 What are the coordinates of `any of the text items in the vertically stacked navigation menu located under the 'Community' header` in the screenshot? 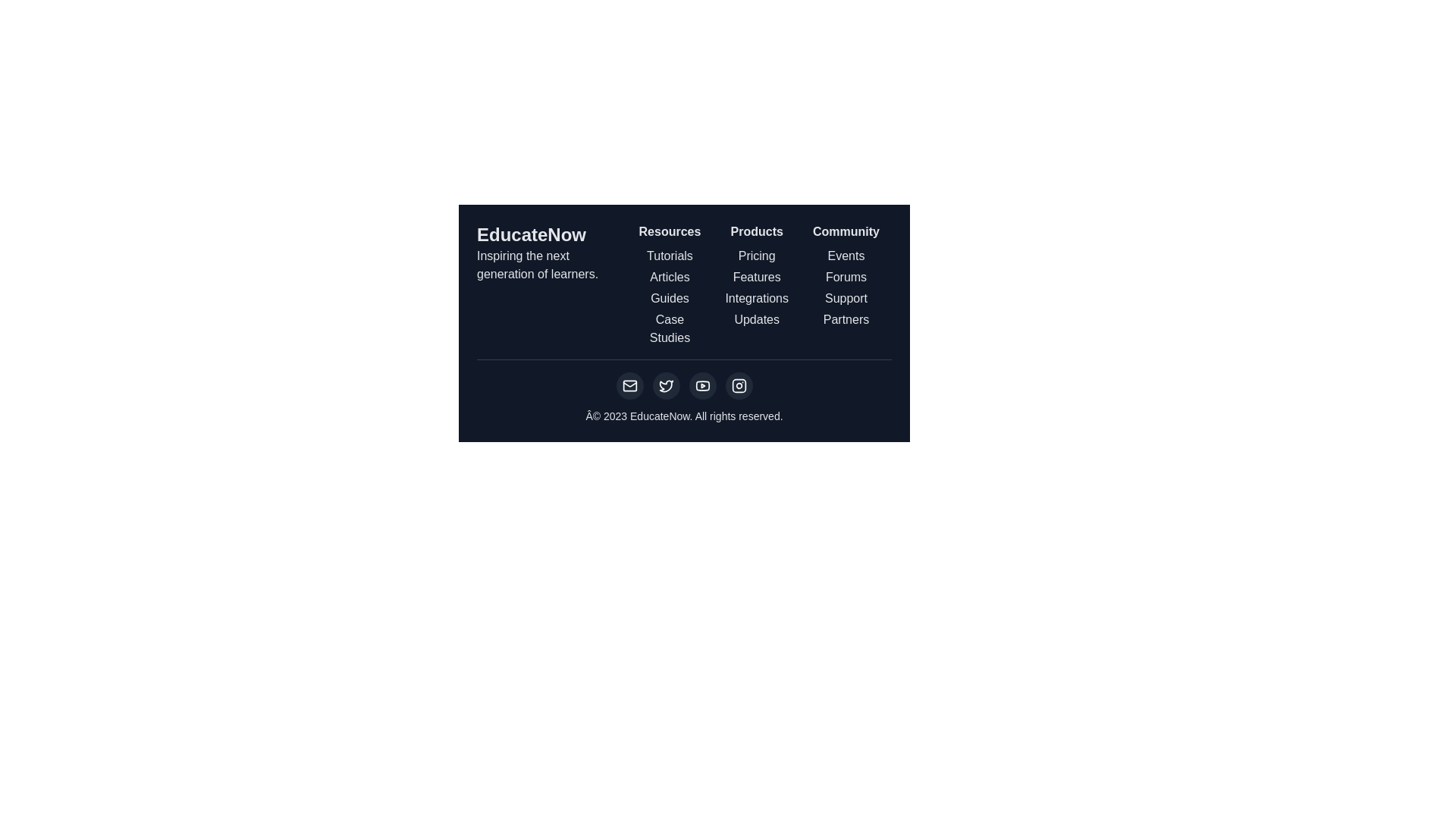 It's located at (846, 288).